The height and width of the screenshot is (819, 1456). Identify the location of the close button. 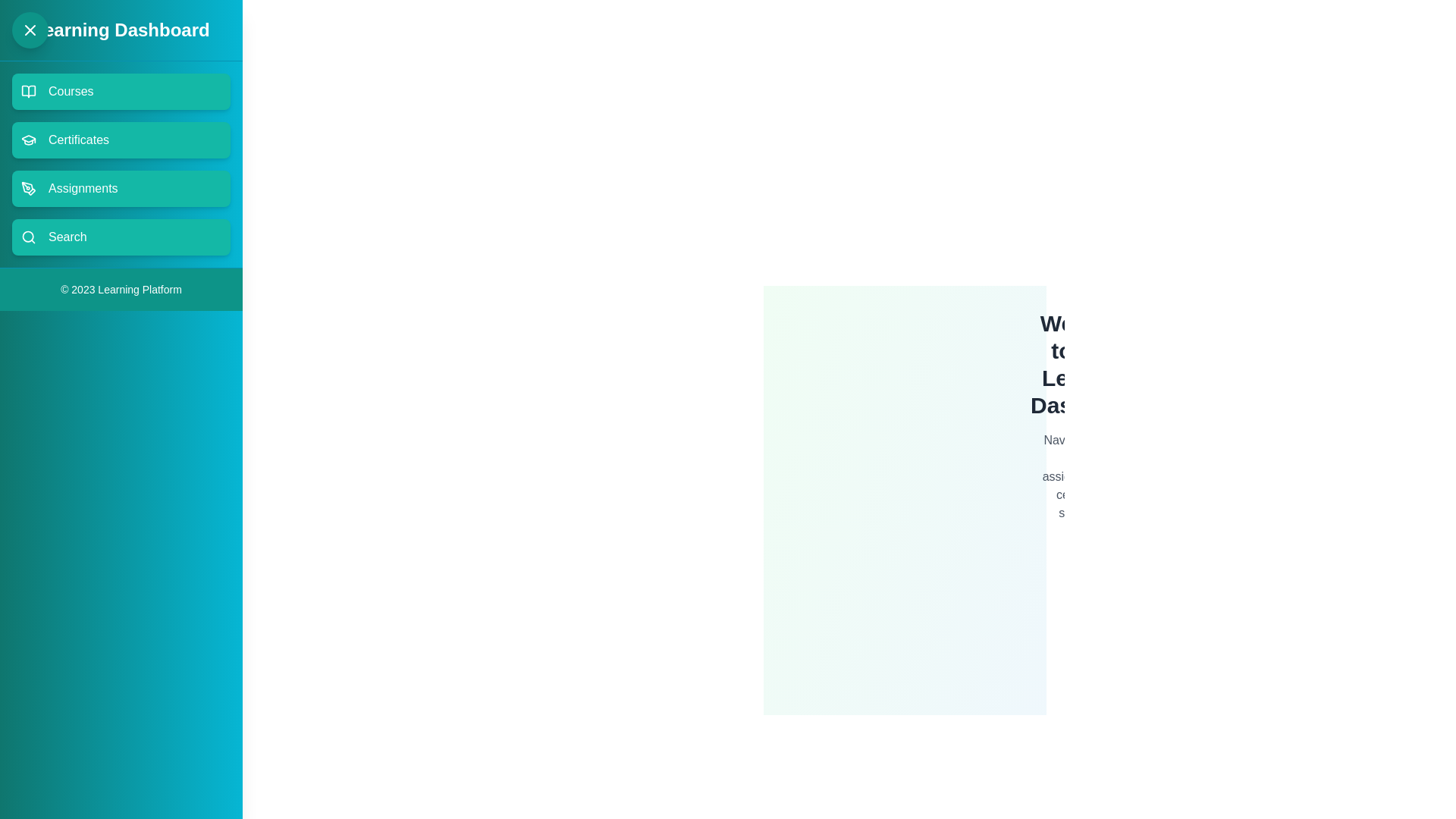
(30, 30).